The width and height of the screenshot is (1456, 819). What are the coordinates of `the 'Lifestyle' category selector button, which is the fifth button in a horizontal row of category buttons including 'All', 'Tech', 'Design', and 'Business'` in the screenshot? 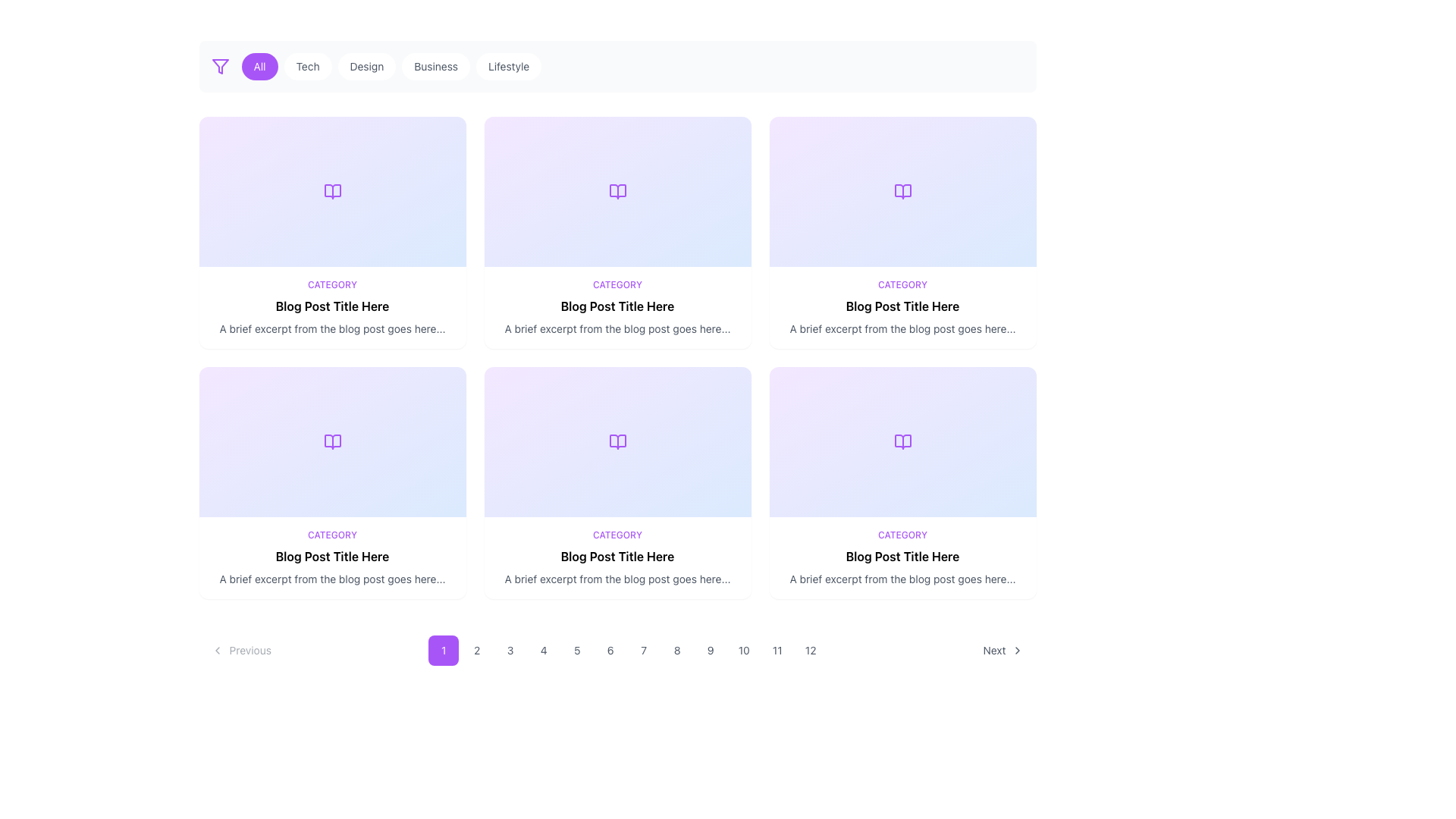 It's located at (509, 66).